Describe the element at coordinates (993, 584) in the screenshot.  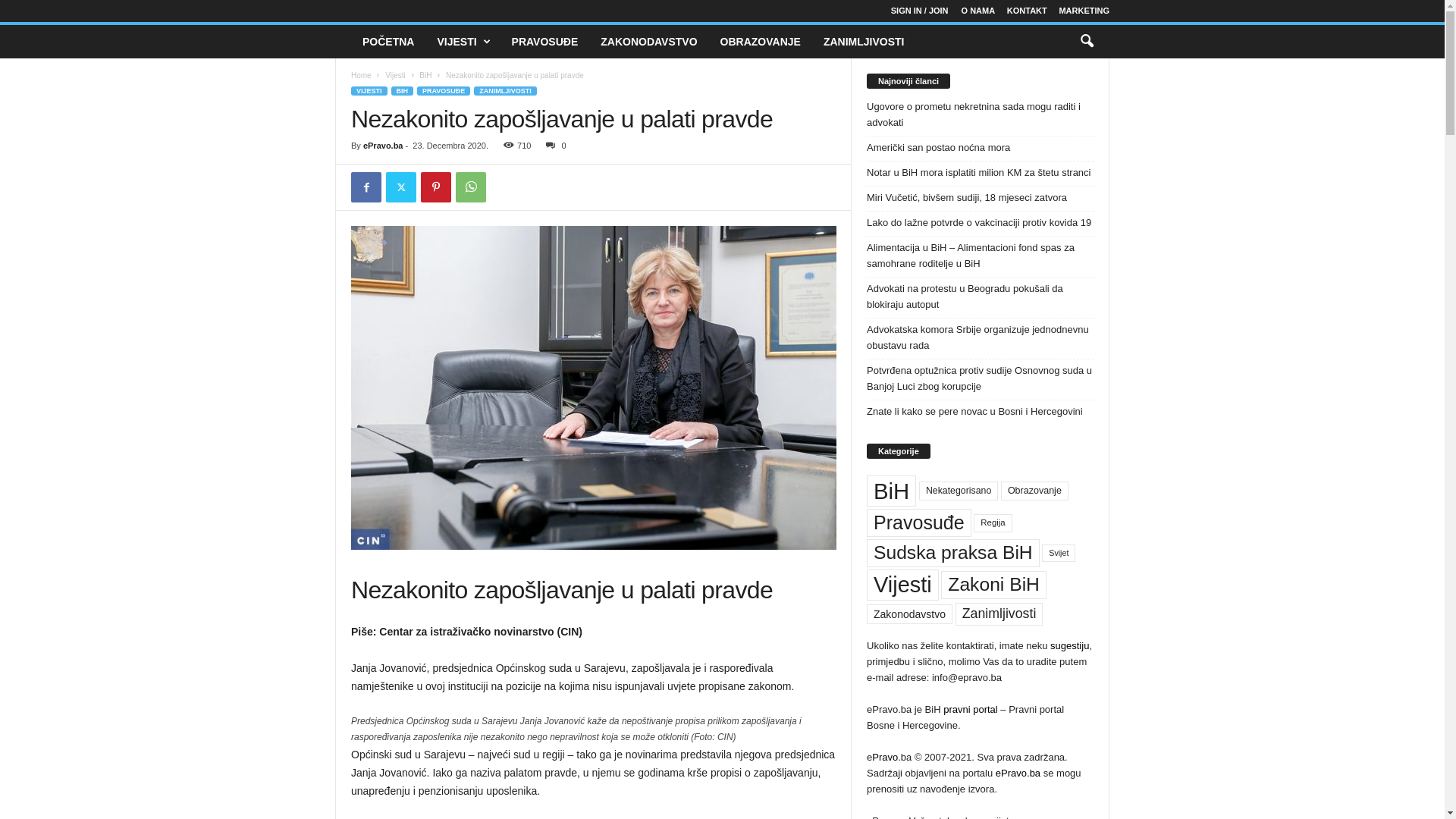
I see `'Zakoni BiH'` at that location.